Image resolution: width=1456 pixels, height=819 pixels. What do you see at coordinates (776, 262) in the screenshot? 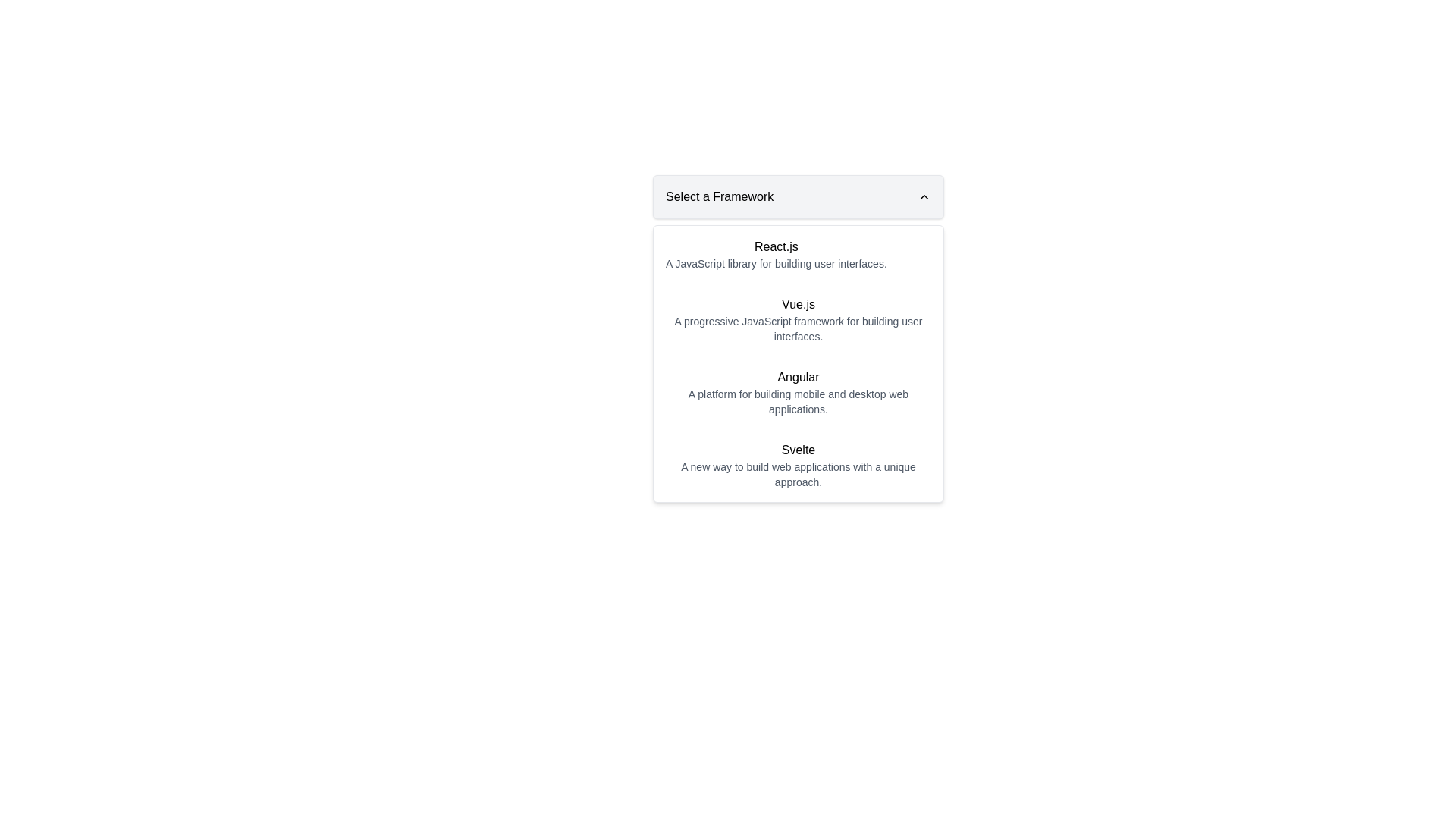
I see `the static text providing a brief explanation under the 'React.js' title in the 'Select a Framework' section` at bounding box center [776, 262].